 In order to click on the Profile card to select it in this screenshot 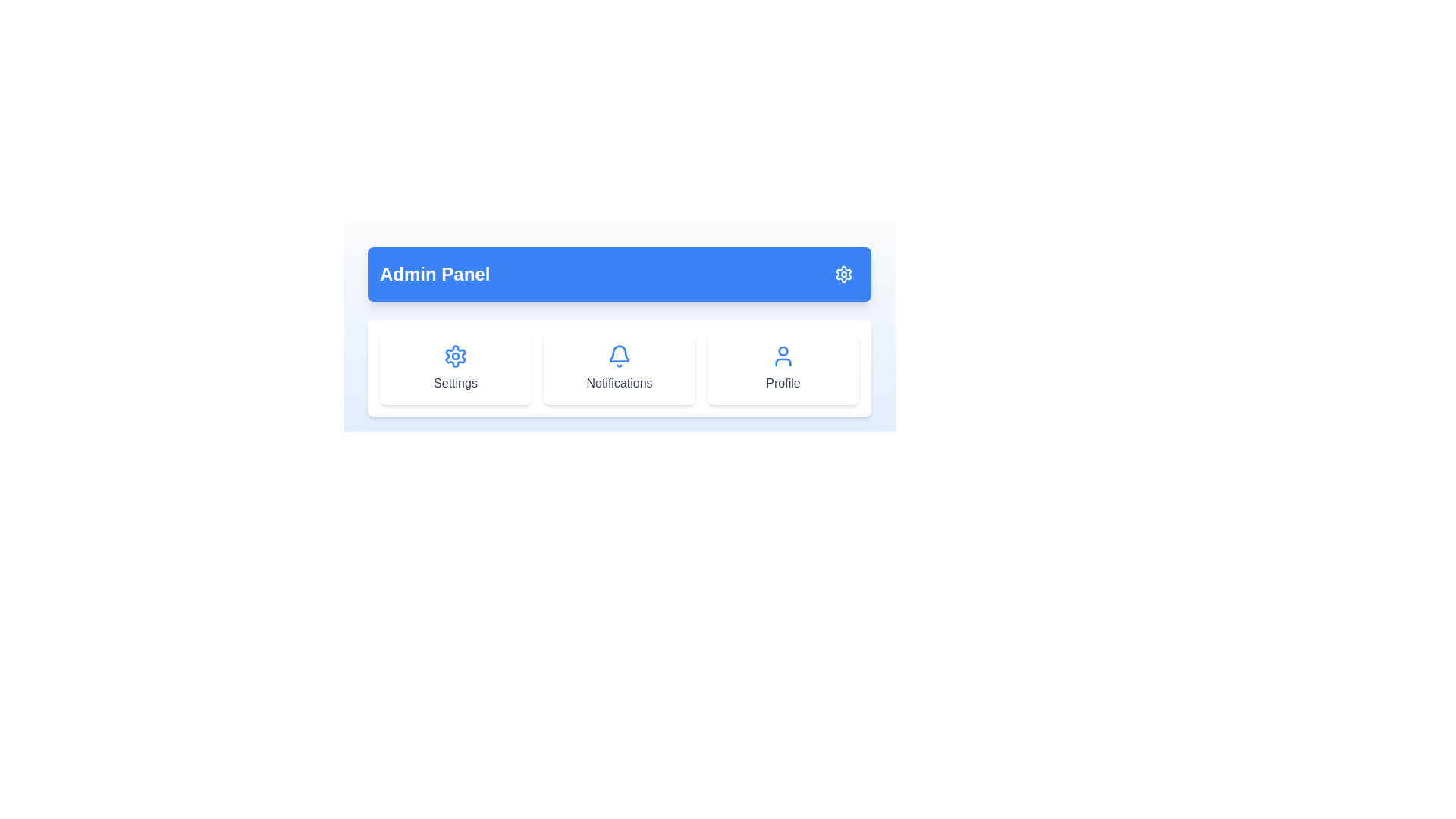, I will do `click(783, 369)`.